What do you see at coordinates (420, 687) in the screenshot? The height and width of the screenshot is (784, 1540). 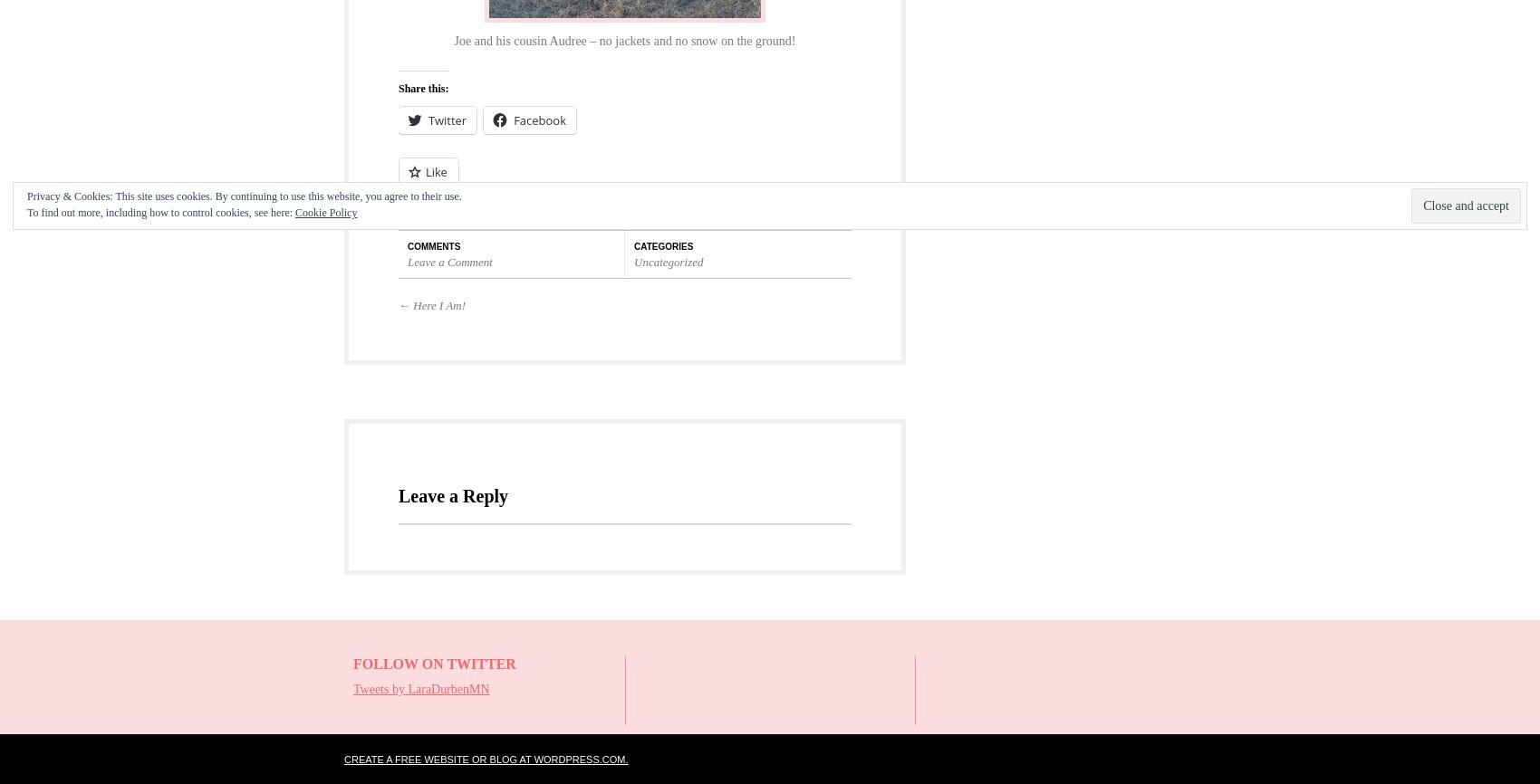 I see `'Tweets by LaraDurbenMN'` at bounding box center [420, 687].